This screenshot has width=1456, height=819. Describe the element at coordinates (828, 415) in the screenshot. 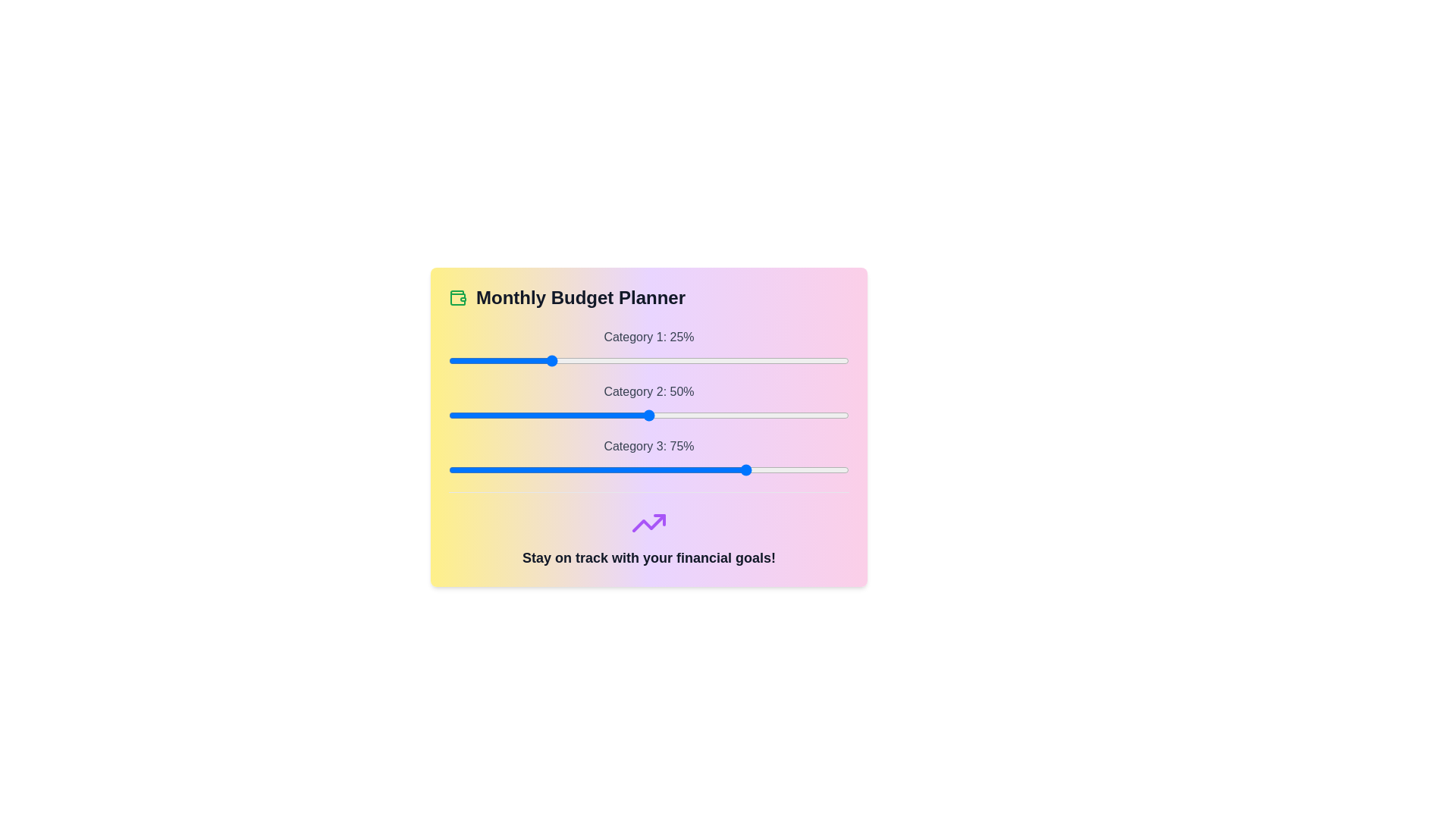

I see `the slider for Category 2 to 95%` at that location.